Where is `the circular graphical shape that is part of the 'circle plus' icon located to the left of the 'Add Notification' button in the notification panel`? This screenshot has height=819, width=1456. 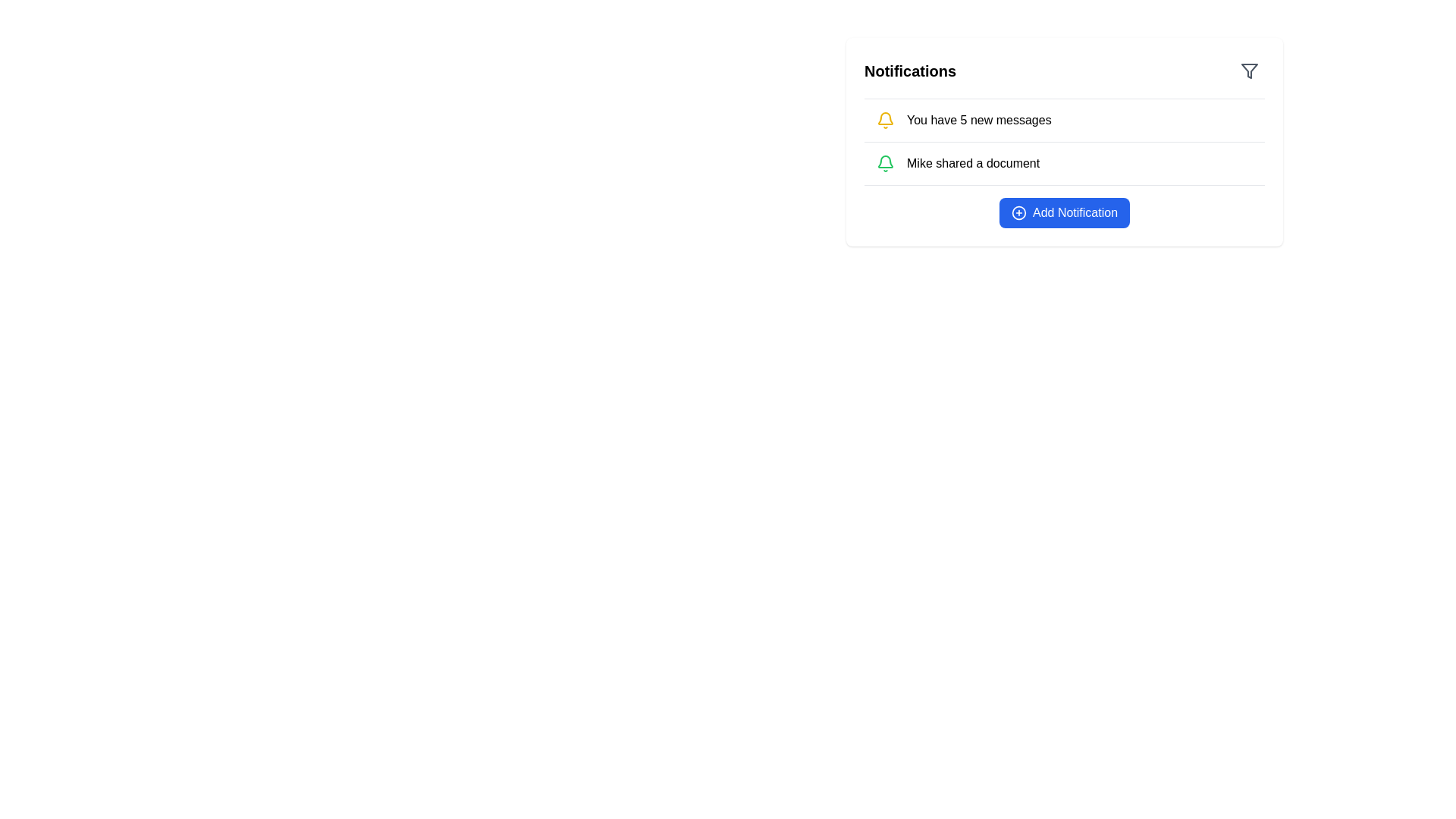 the circular graphical shape that is part of the 'circle plus' icon located to the left of the 'Add Notification' button in the notification panel is located at coordinates (1019, 213).